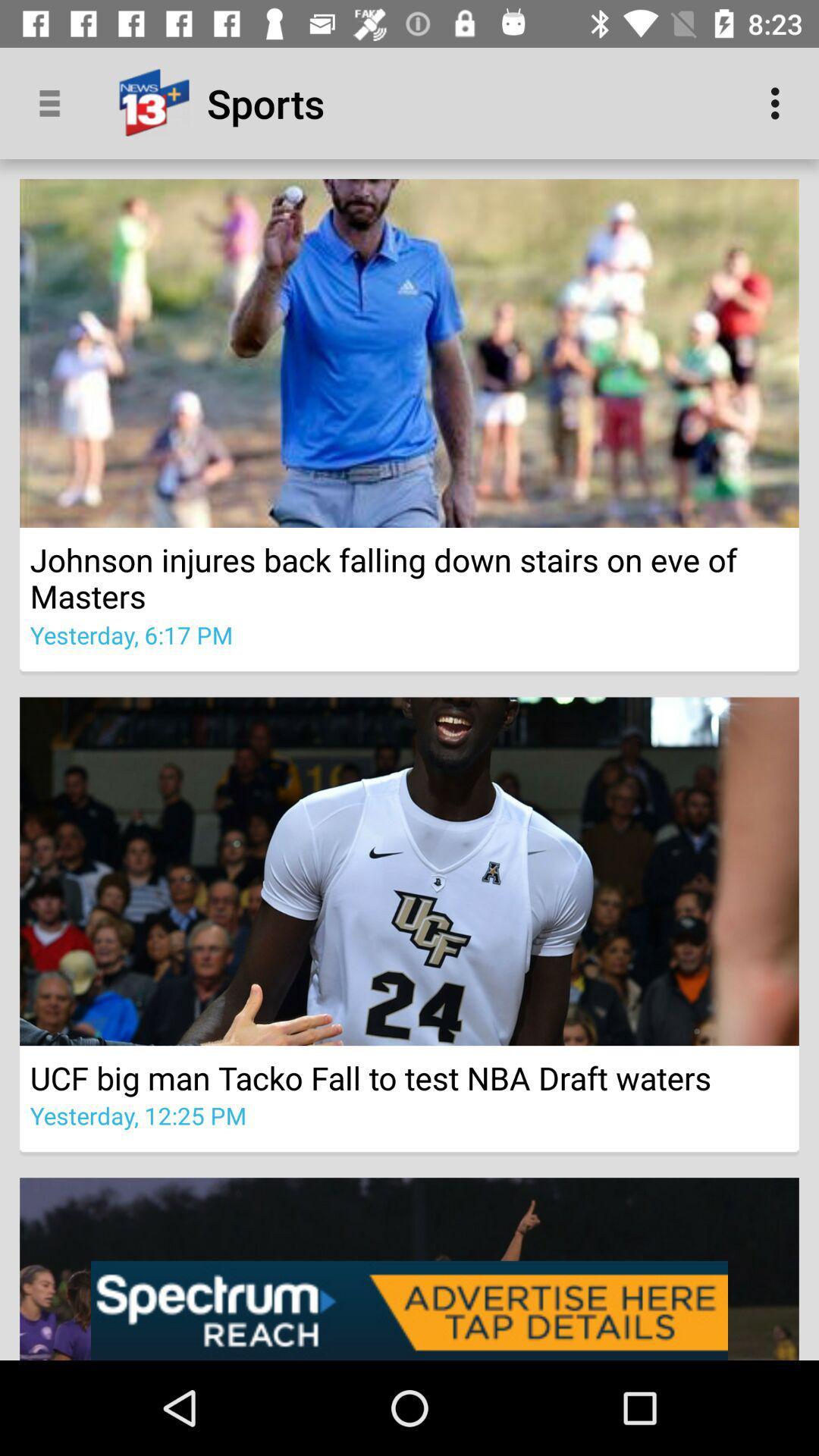 The image size is (819, 1456). Describe the element at coordinates (409, 1310) in the screenshot. I see `advertising pop up banner` at that location.